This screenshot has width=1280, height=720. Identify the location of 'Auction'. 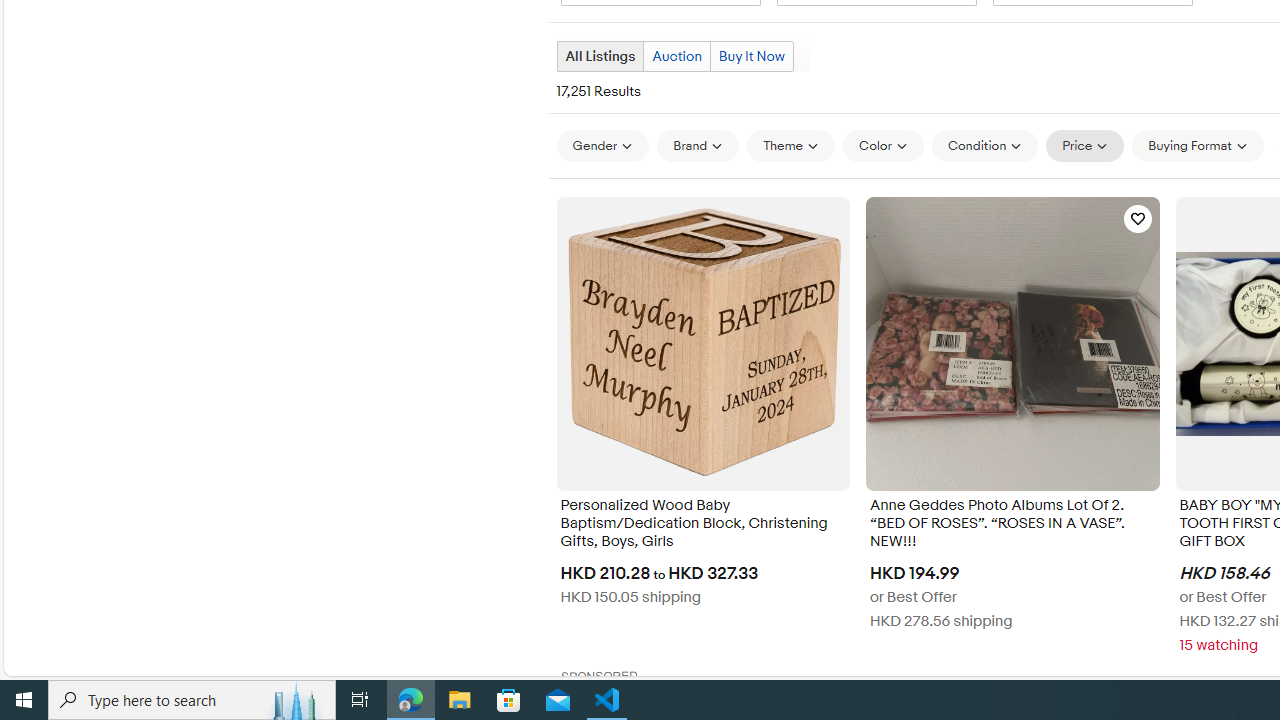
(677, 55).